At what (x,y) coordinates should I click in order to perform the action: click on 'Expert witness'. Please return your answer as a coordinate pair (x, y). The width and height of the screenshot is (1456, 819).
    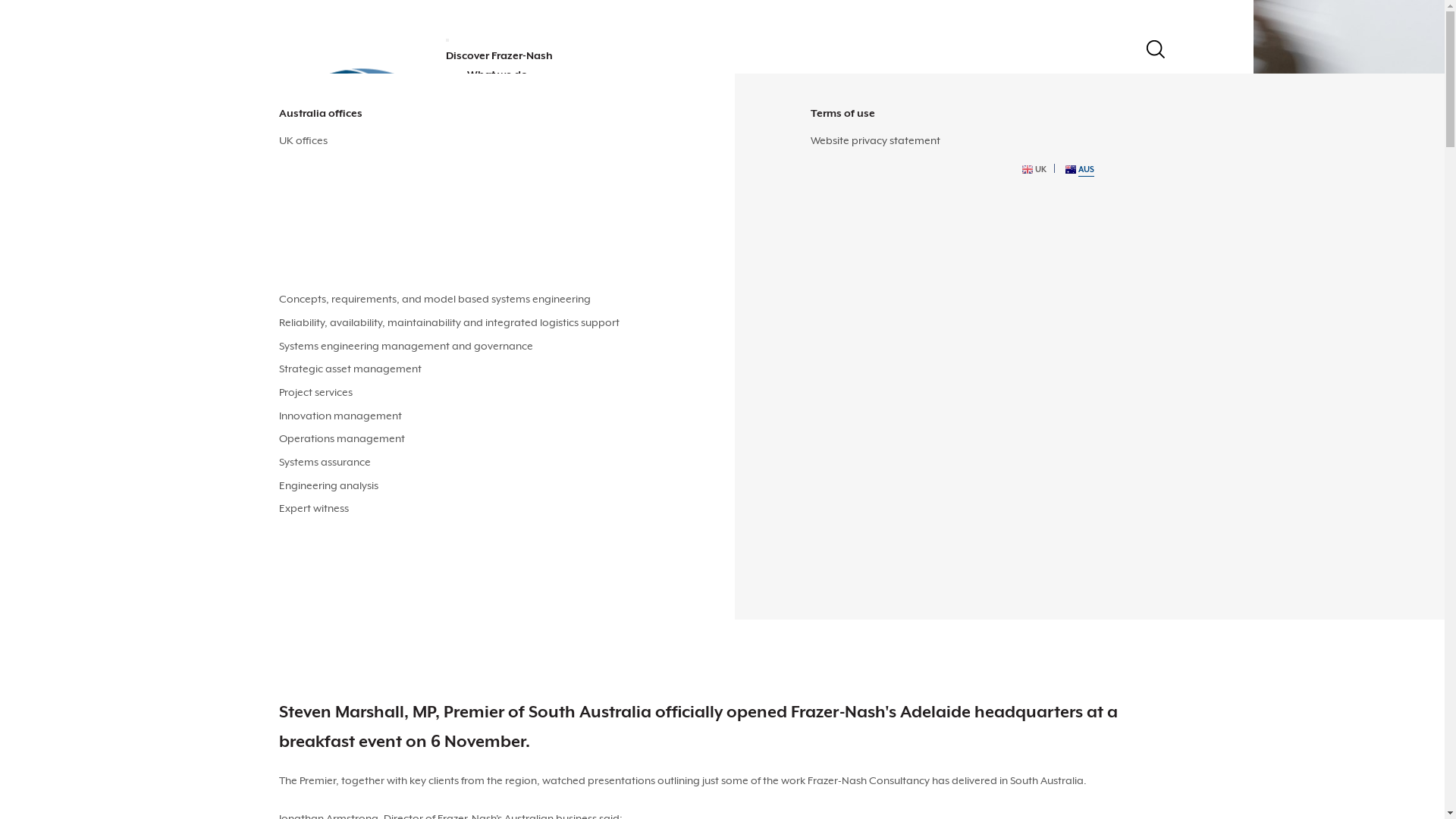
    Looking at the image, I should click on (312, 508).